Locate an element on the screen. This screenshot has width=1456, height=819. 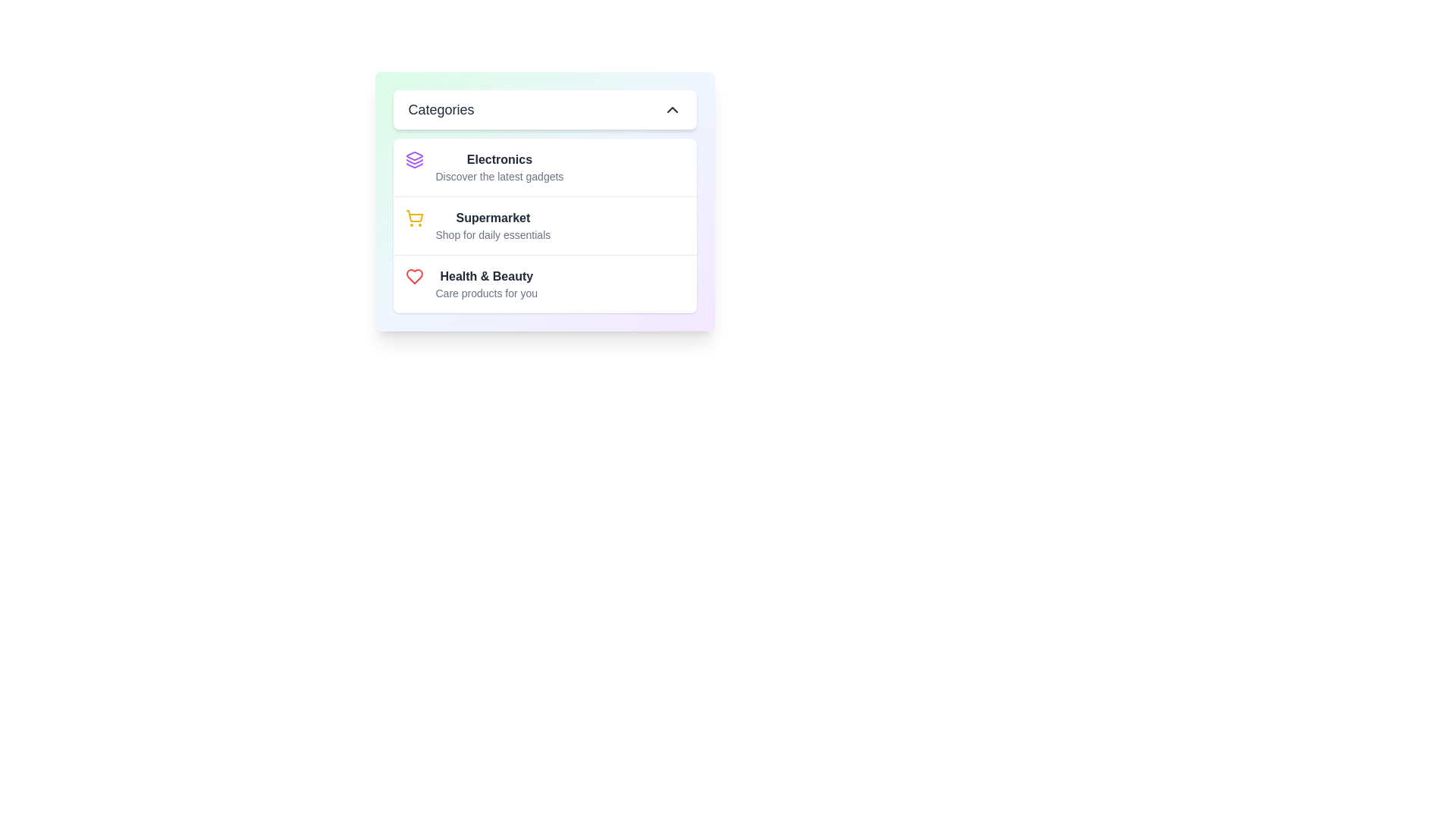
textual content of the 'Supermarket' menu item, which includes the title in bold dark gray and a subtitle in smaller gray font, along with a yellow shopping cart icon is located at coordinates (544, 225).